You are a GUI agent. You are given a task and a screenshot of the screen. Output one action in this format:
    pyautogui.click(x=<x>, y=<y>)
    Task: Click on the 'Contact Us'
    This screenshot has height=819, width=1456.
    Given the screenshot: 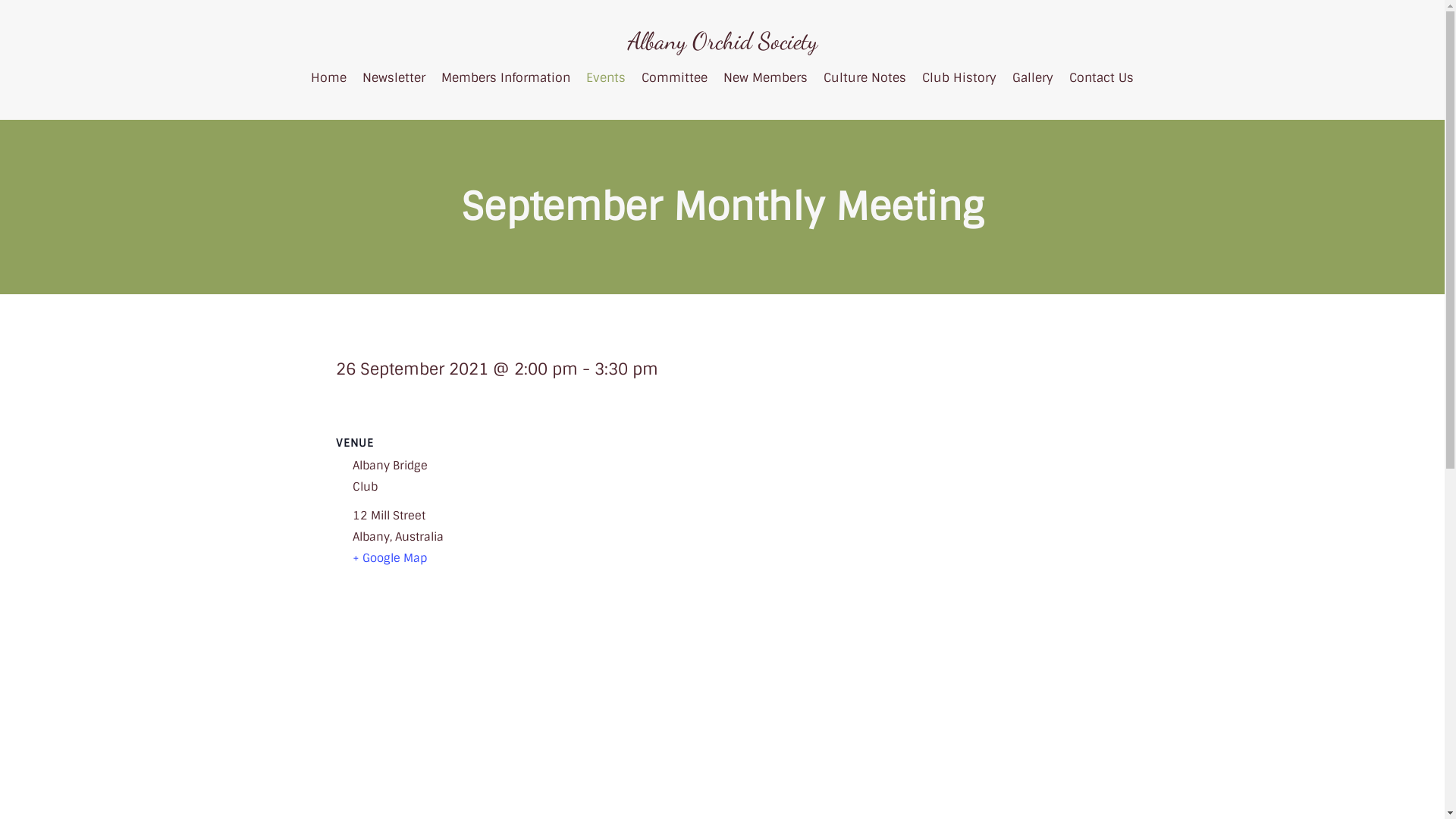 What is the action you would take?
    pyautogui.click(x=1101, y=76)
    